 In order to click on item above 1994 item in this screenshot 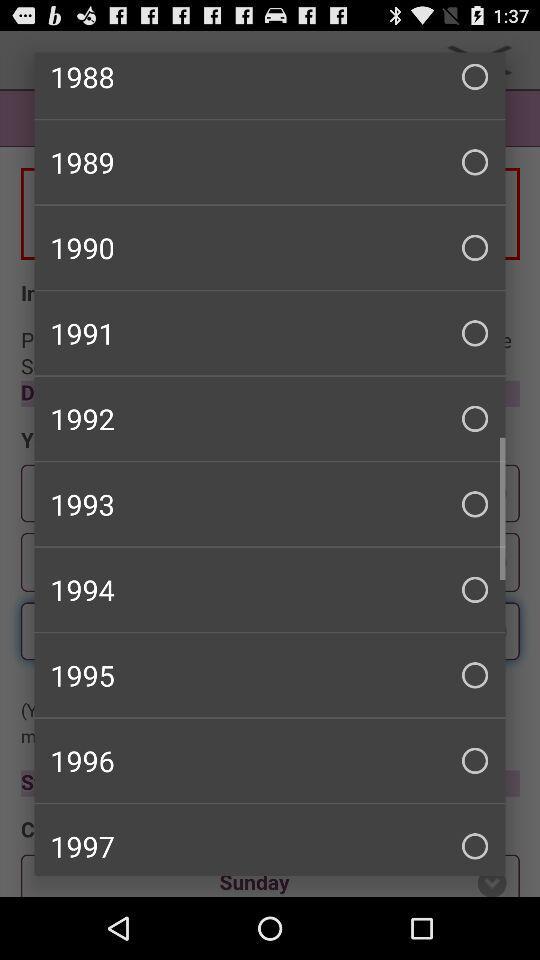, I will do `click(270, 503)`.